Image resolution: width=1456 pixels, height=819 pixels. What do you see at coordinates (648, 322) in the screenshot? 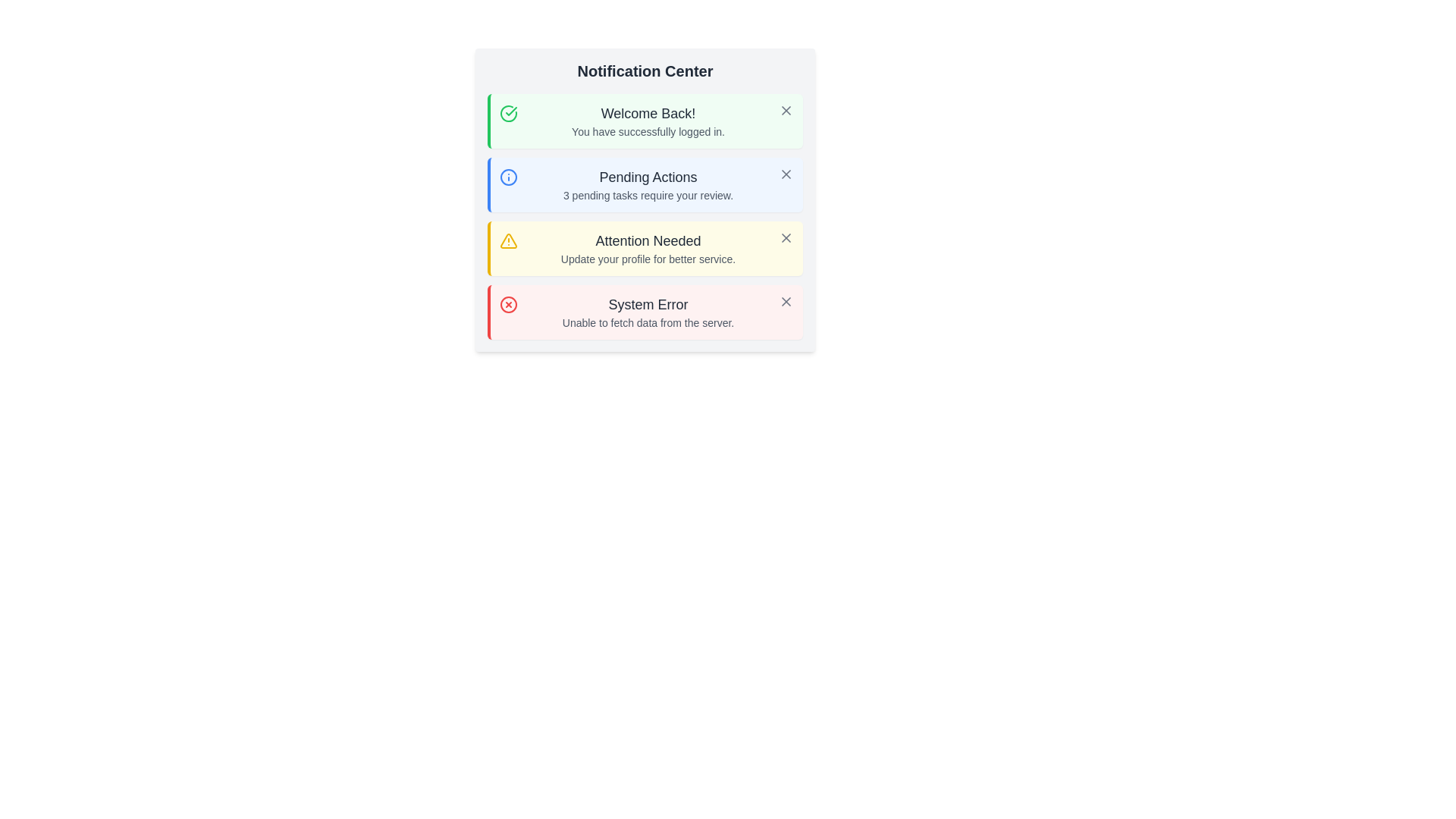
I see `the text element displaying 'Unable to fetch data from the server.', which is styled in gray and smaller than standard font, located below the 'System Error' text in the bottom-most row of the notification list` at bounding box center [648, 322].